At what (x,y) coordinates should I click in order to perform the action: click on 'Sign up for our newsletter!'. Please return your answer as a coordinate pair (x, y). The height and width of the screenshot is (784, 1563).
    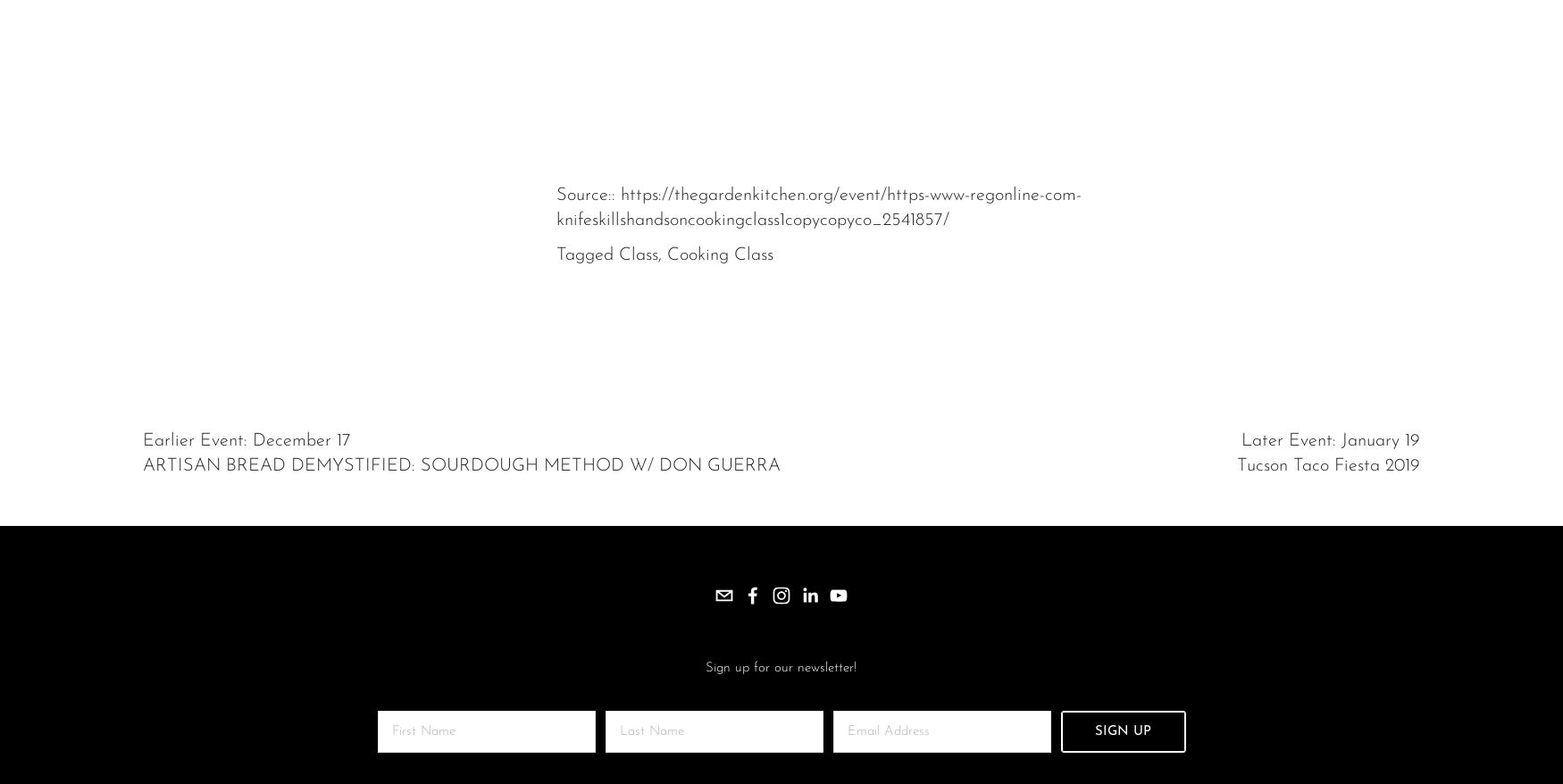
    Looking at the image, I should click on (781, 668).